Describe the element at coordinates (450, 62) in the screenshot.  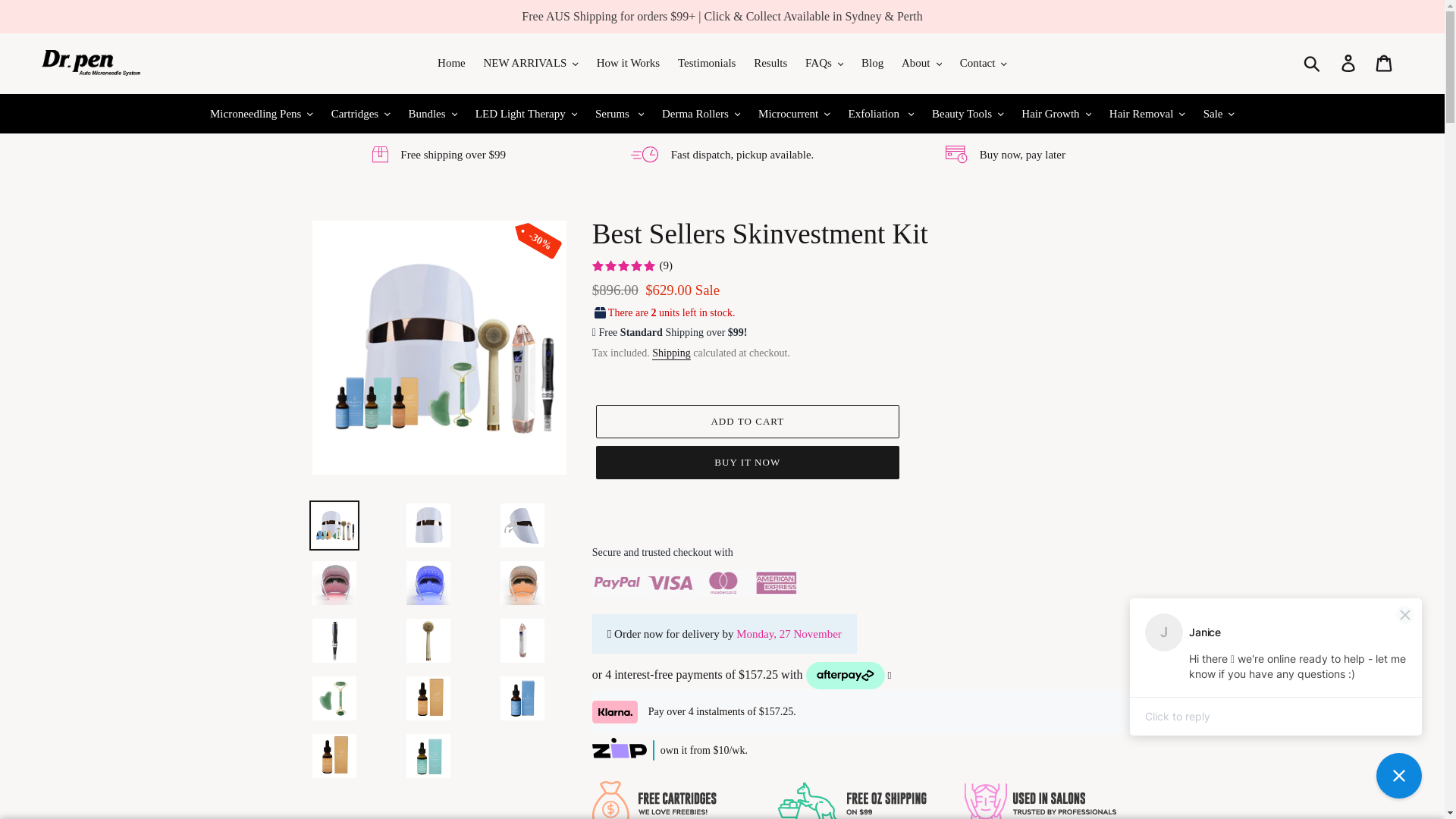
I see `'Home'` at that location.